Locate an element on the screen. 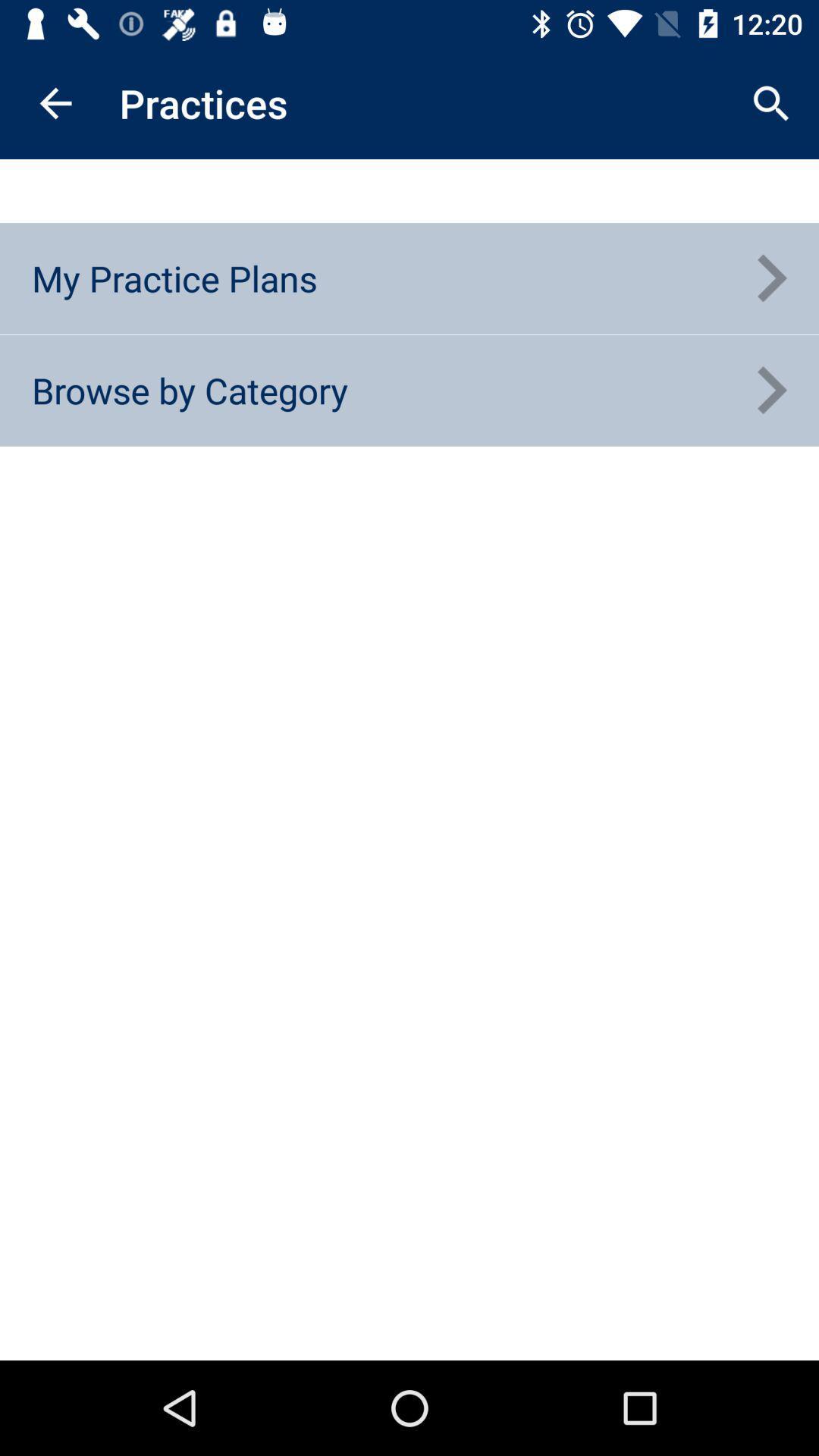 The height and width of the screenshot is (1456, 819). the icon above browse by category is located at coordinates (174, 278).